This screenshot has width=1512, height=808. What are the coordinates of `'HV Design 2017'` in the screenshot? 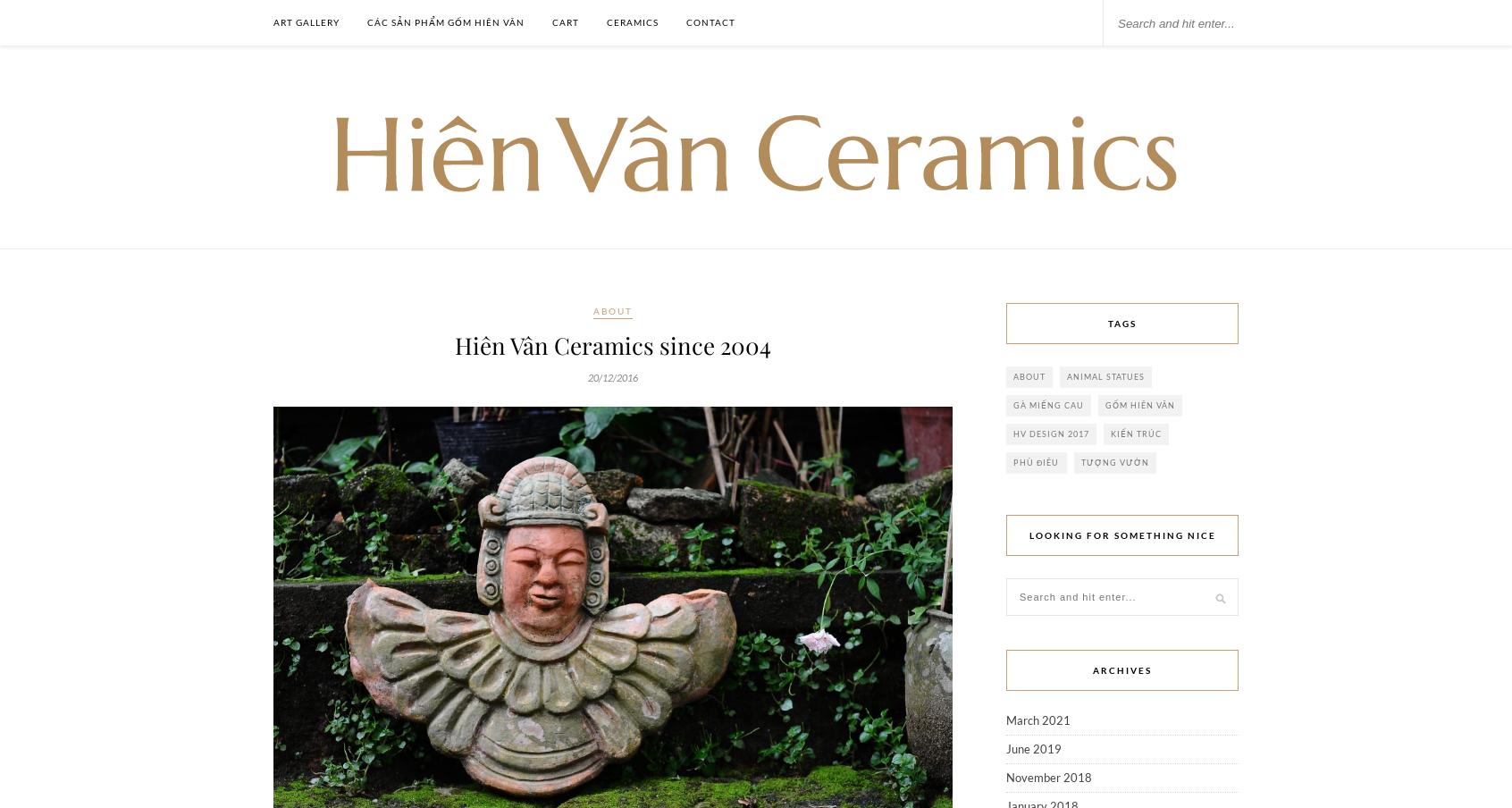 It's located at (1050, 433).